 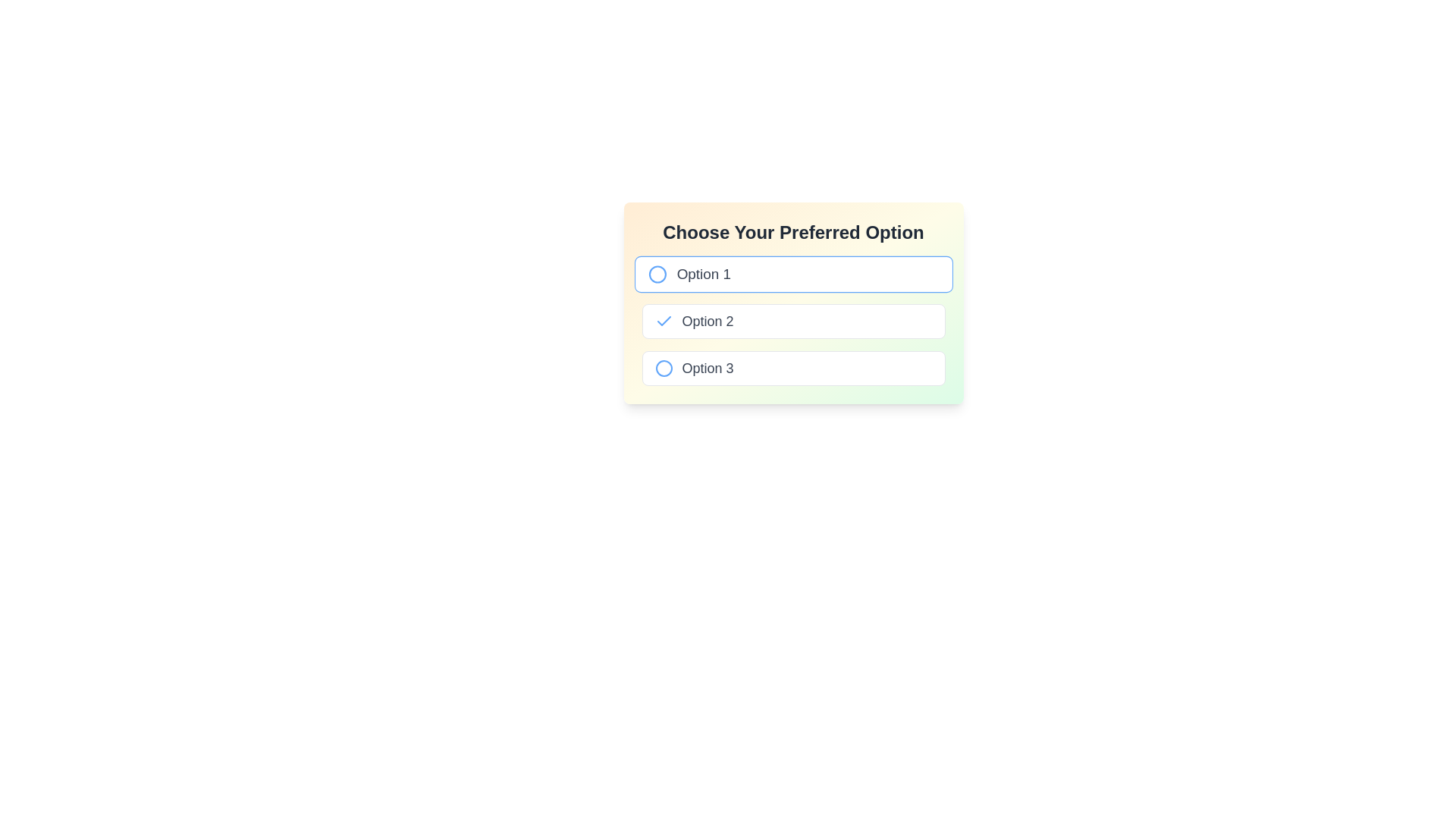 I want to click on the circle radio button indicator associated with 'Option 1', so click(x=657, y=275).